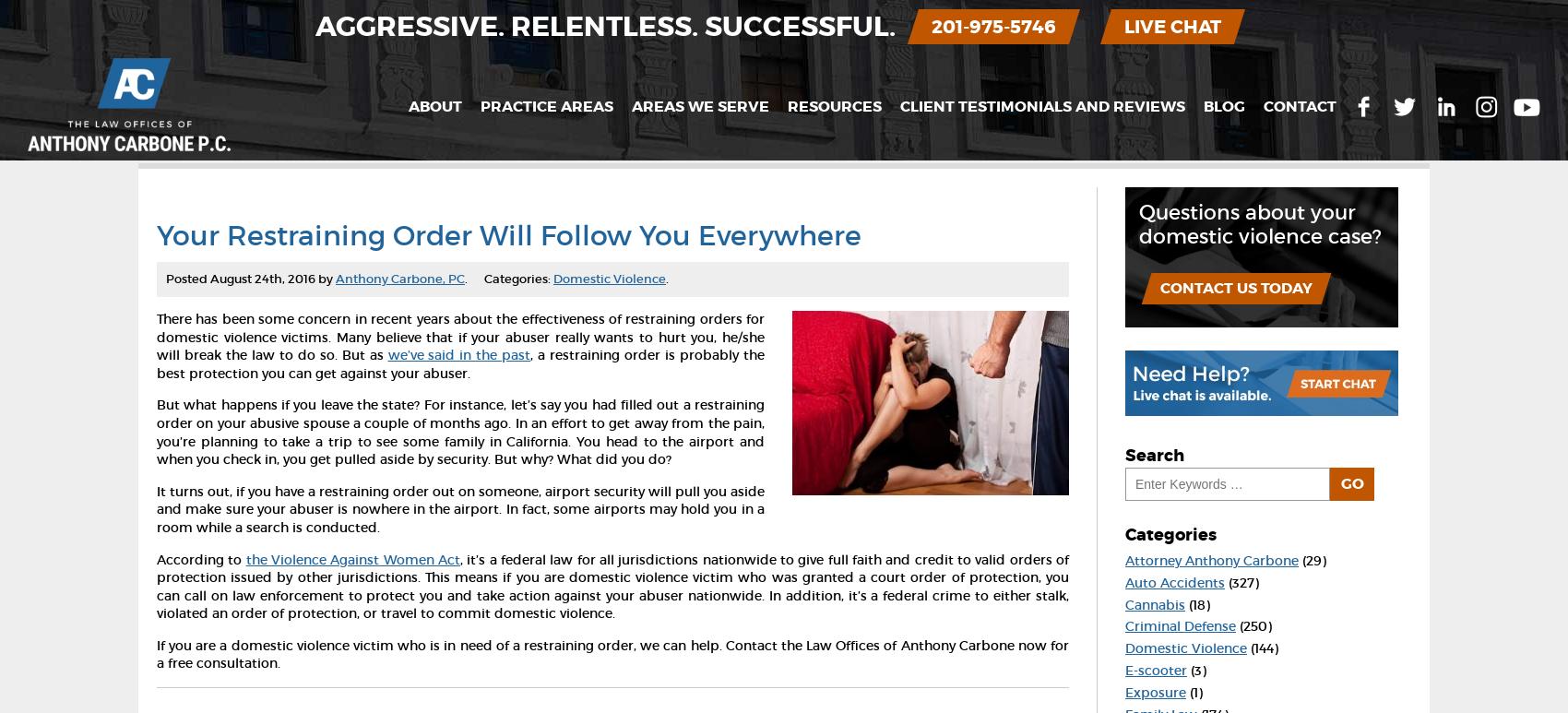 This screenshot has width=1568, height=713. I want to click on 'Anthony Carbone, PC', so click(334, 278).